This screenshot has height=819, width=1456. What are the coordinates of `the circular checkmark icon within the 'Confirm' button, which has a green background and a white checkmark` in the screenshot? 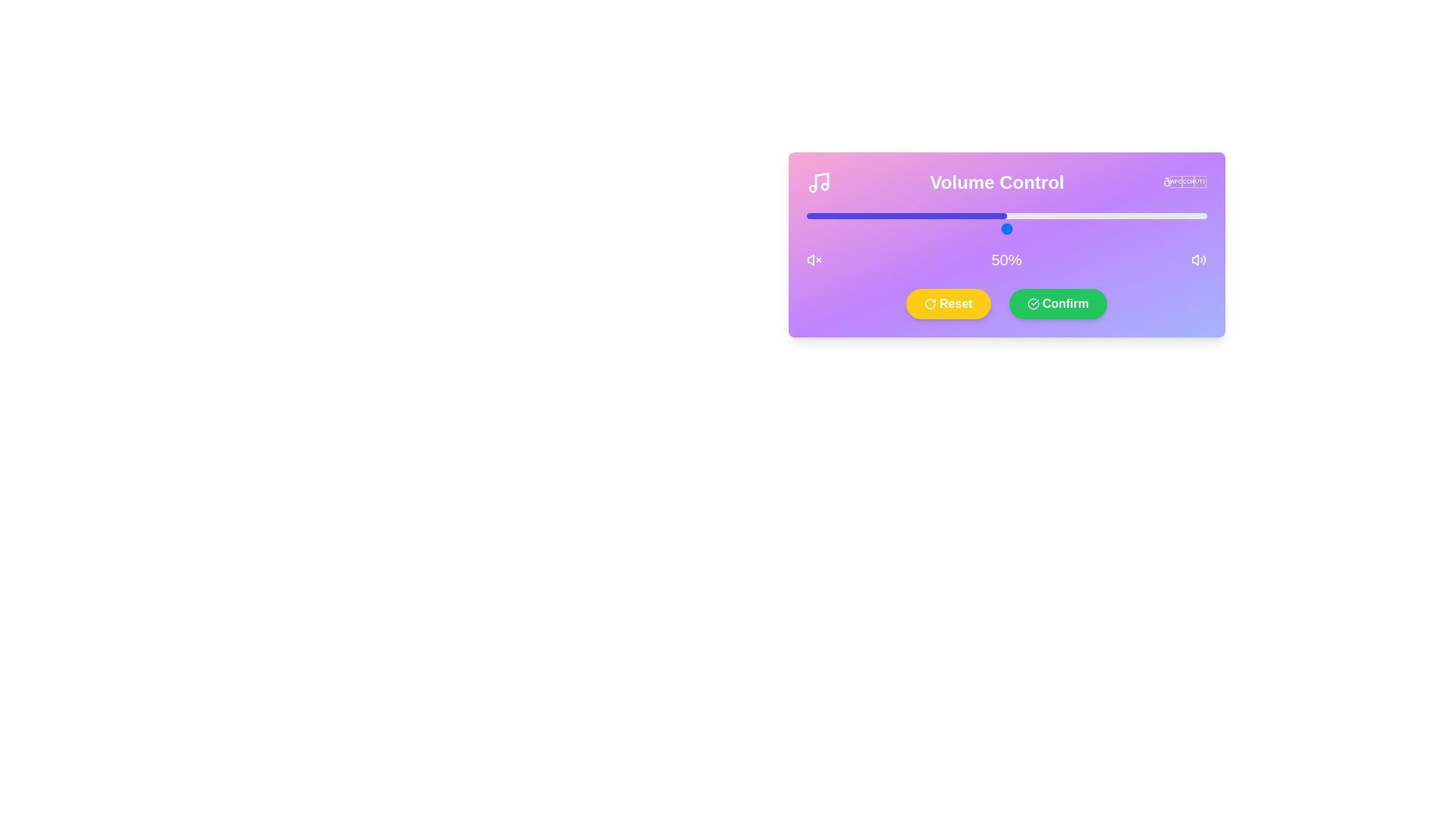 It's located at (1032, 304).